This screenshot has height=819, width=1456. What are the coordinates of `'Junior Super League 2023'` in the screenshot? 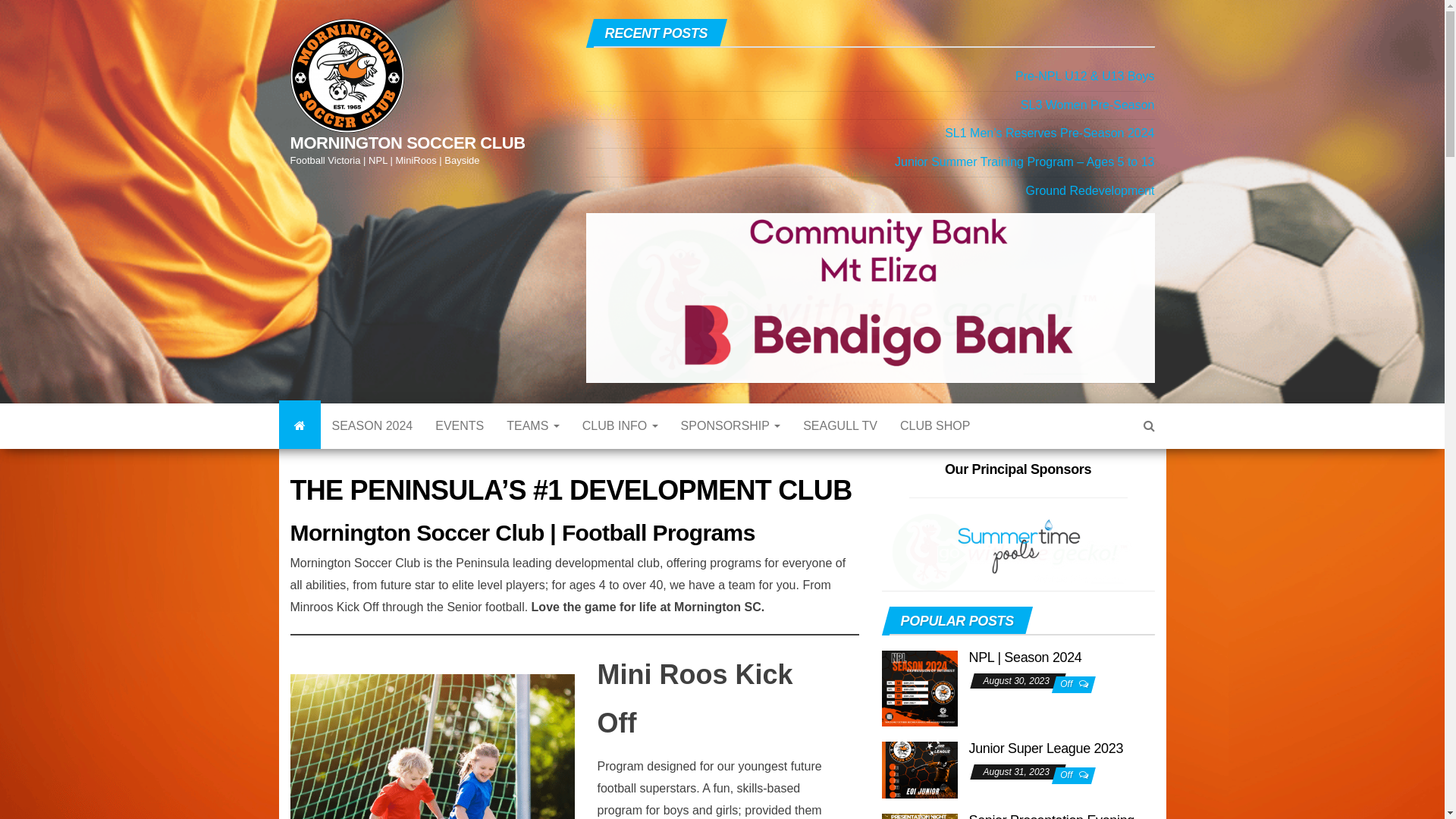 It's located at (1046, 776).